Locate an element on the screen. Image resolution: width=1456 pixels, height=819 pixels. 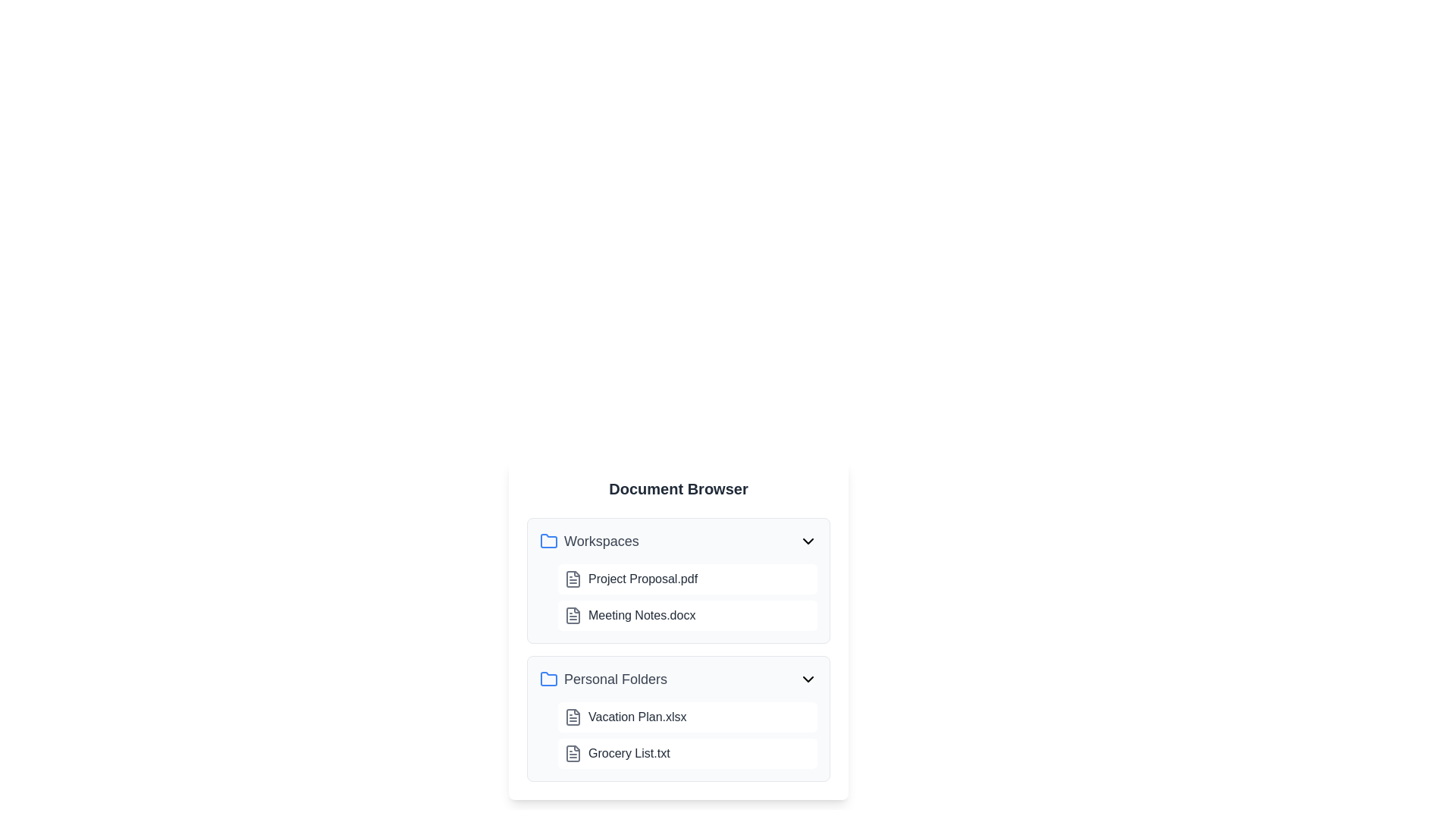
the text label that represents the file 'Grocery List.txt' located in the 'Personal Folders' section is located at coordinates (629, 754).